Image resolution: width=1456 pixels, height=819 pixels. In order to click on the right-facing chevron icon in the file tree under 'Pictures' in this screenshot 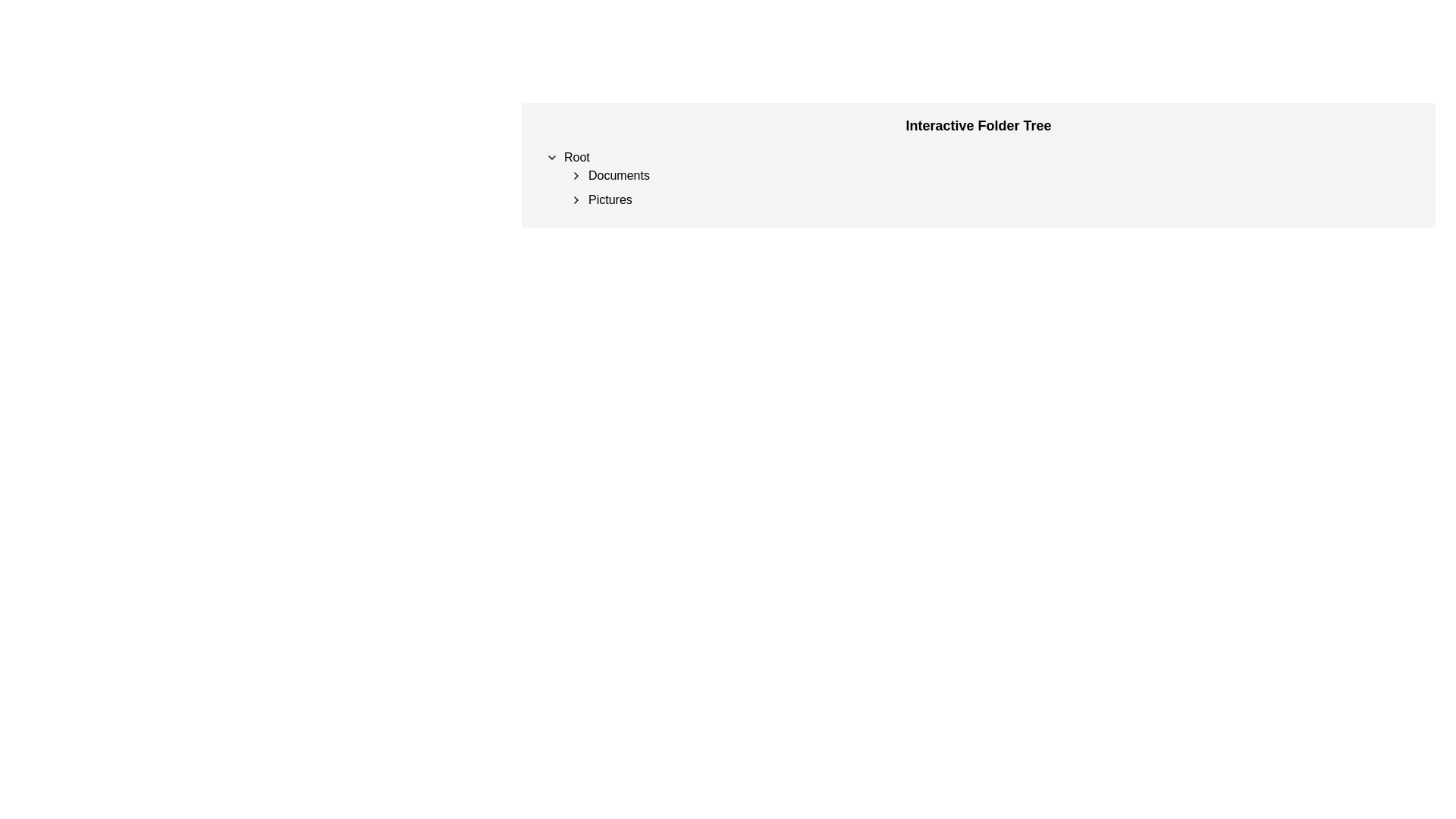, I will do `click(575, 199)`.